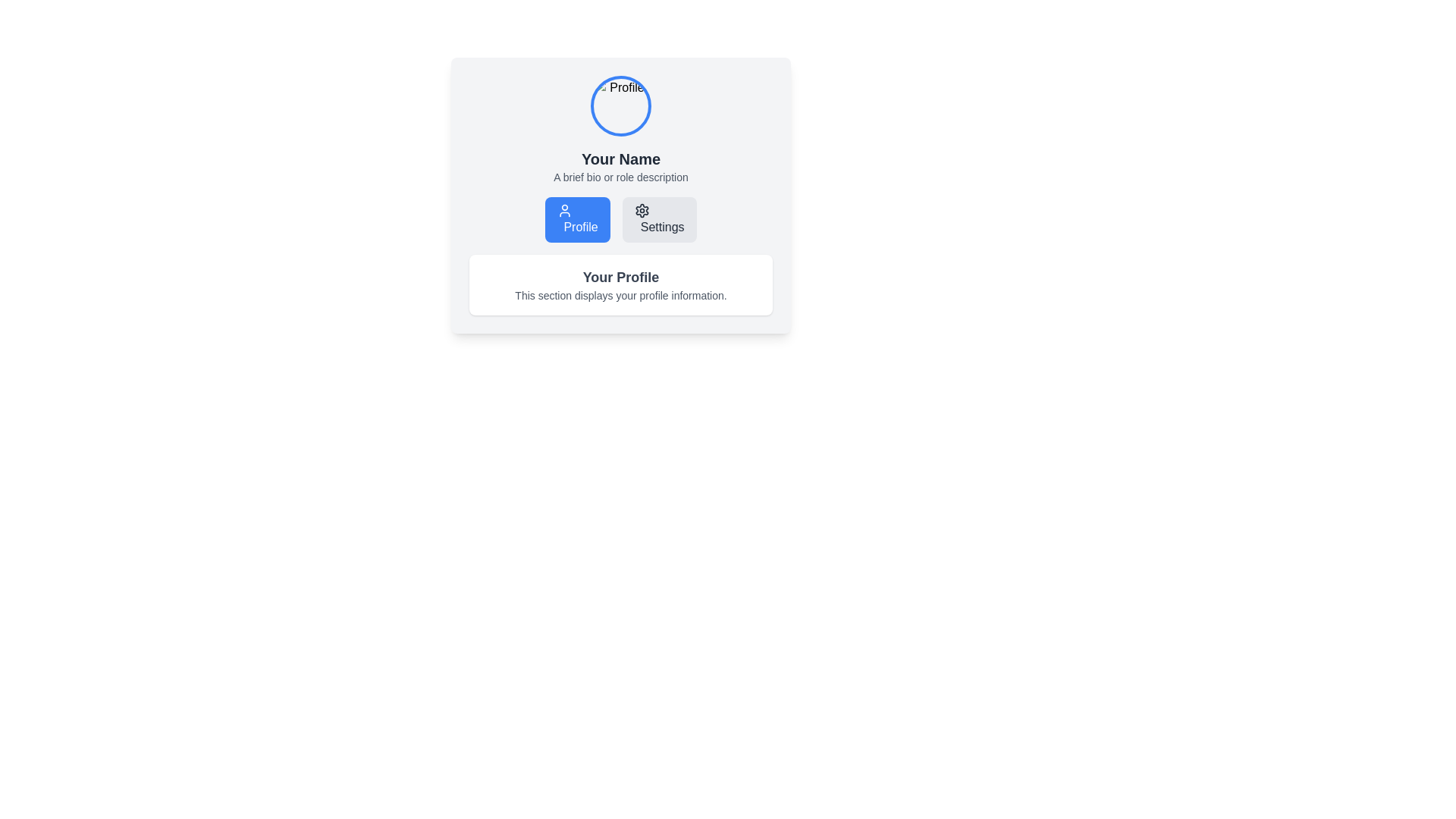 Image resolution: width=1456 pixels, height=819 pixels. Describe the element at coordinates (621, 177) in the screenshot. I see `the informational text display located directly below the 'Your Name' title, which provides additional context and is centrally aligned` at that location.